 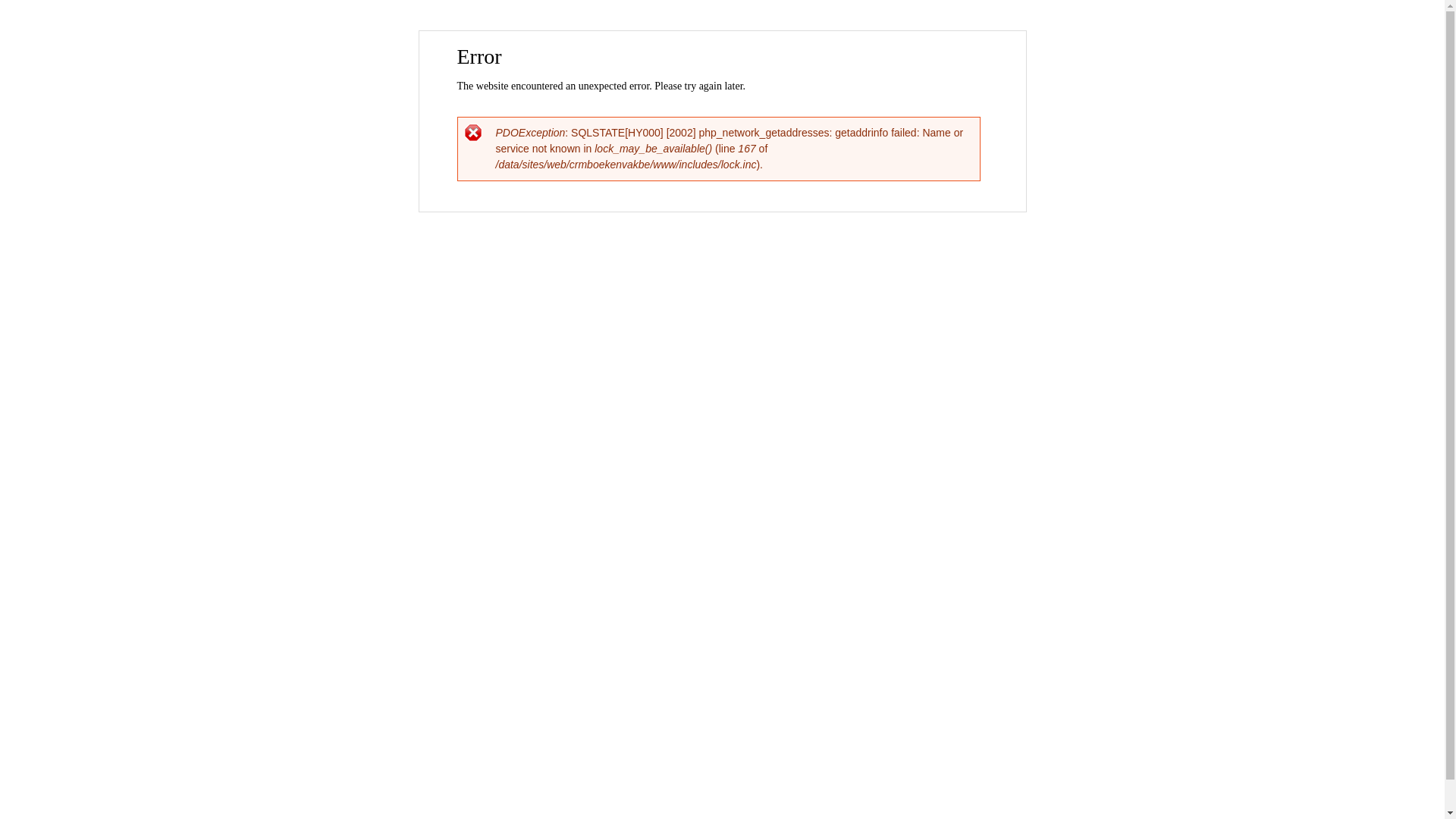 I want to click on 'Skip to main content', so click(x=689, y=32).